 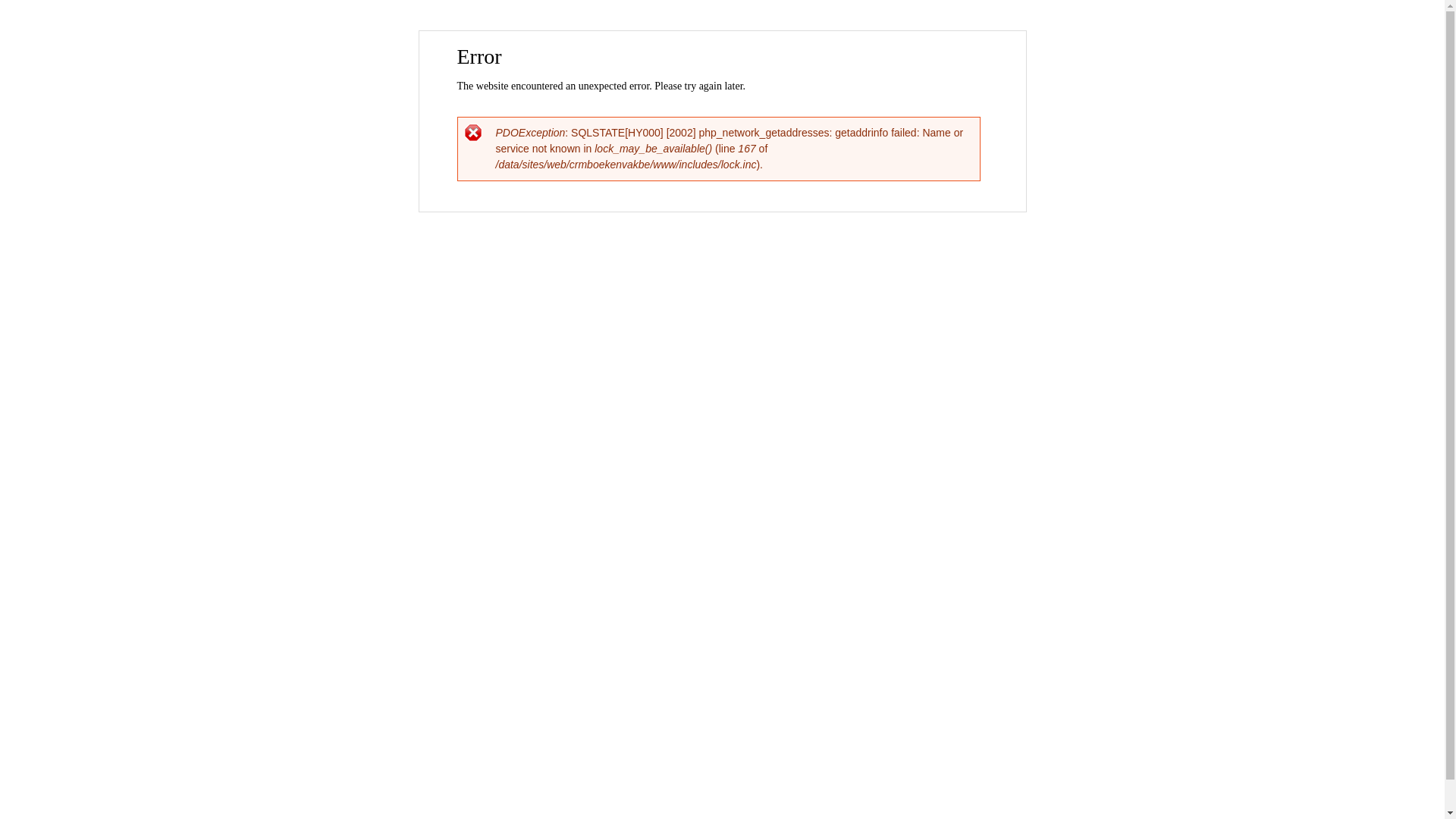 I want to click on 'Skip to main content', so click(x=689, y=32).